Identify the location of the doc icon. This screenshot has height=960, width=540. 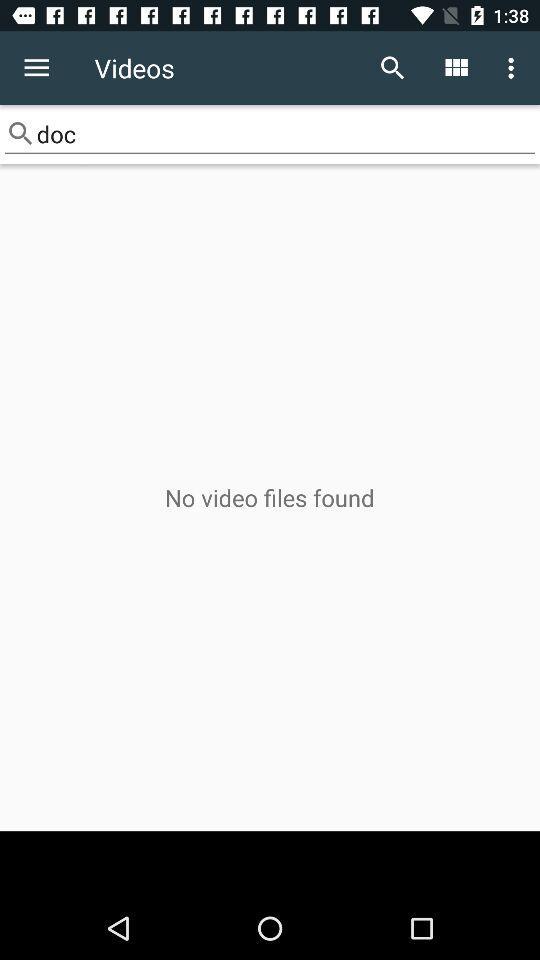
(270, 133).